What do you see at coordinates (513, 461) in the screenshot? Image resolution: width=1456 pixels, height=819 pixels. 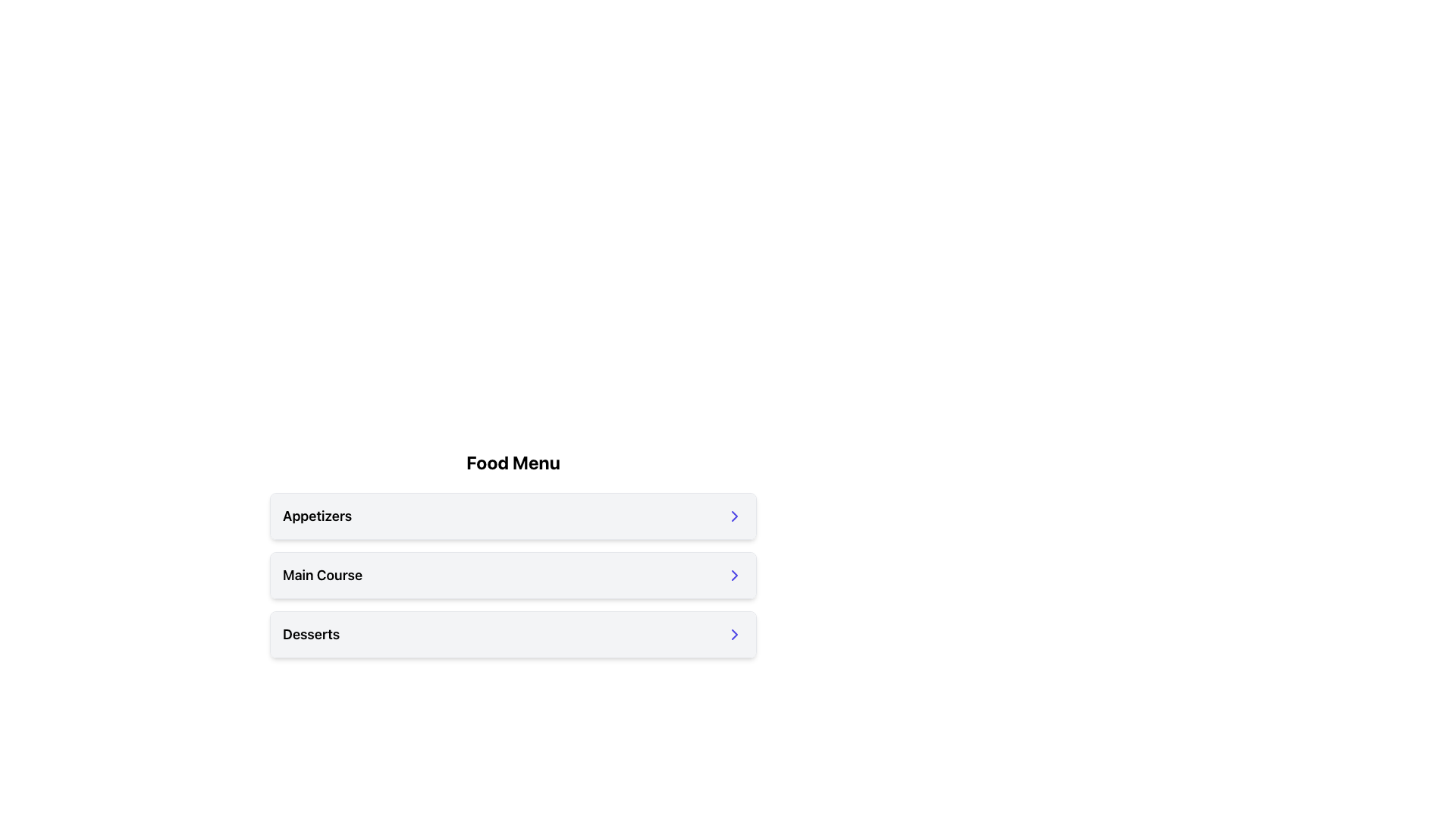 I see `text from the non-interactive title label that identifies the food menu located at the top of the menu section` at bounding box center [513, 461].